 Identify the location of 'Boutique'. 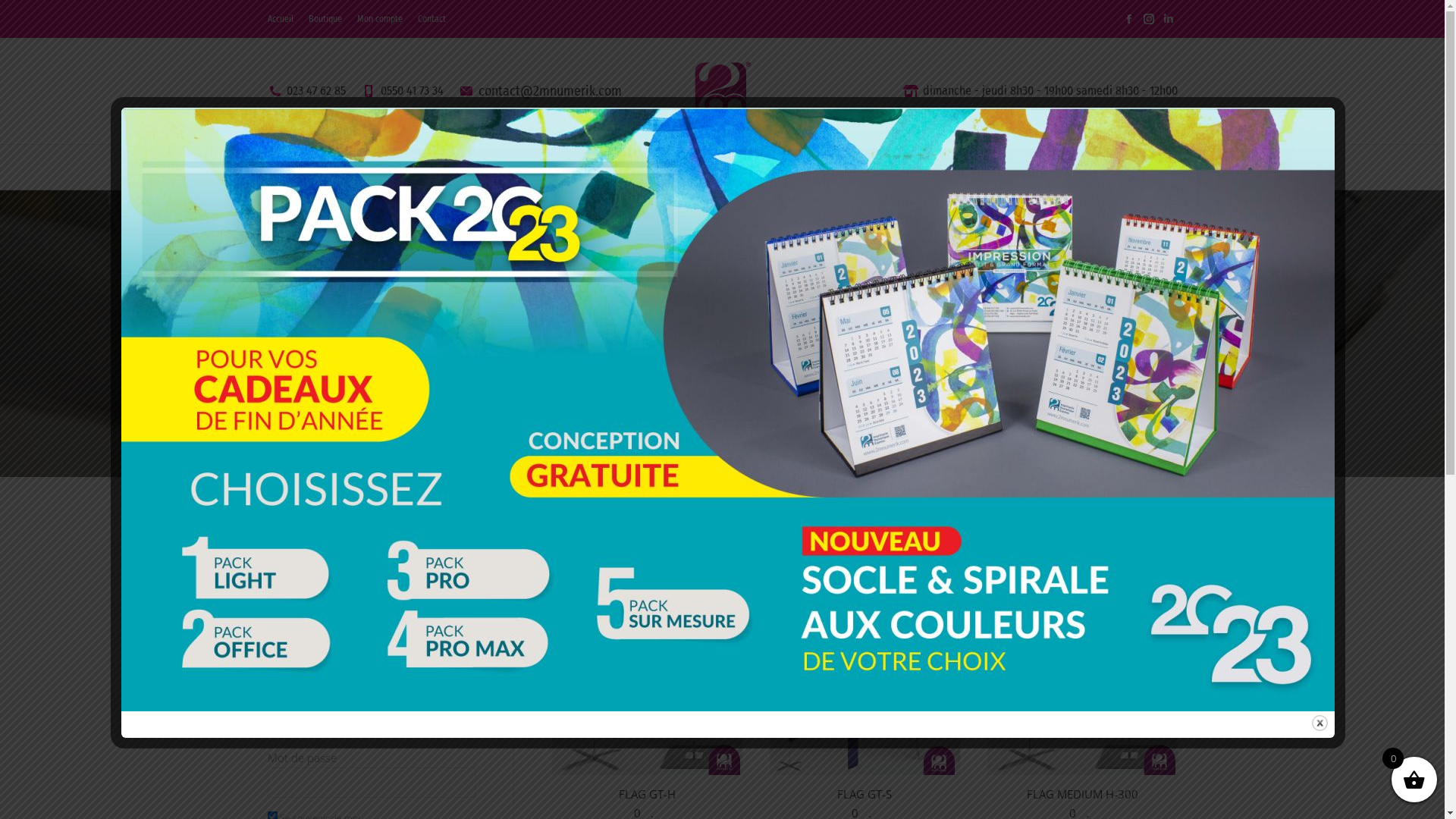
(323, 18).